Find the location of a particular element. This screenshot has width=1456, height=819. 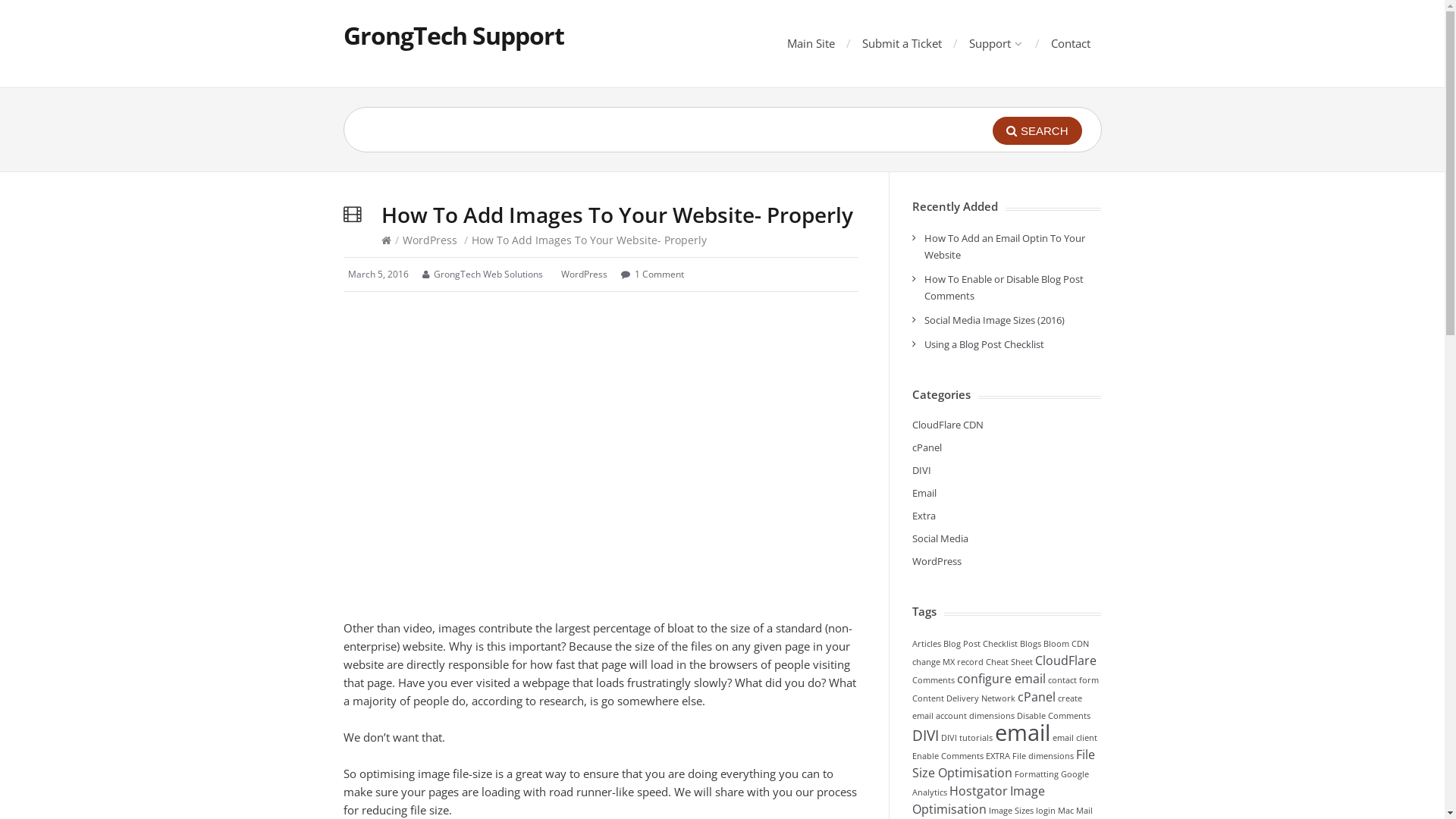

'File Size Optimisation' is located at coordinates (1003, 763).